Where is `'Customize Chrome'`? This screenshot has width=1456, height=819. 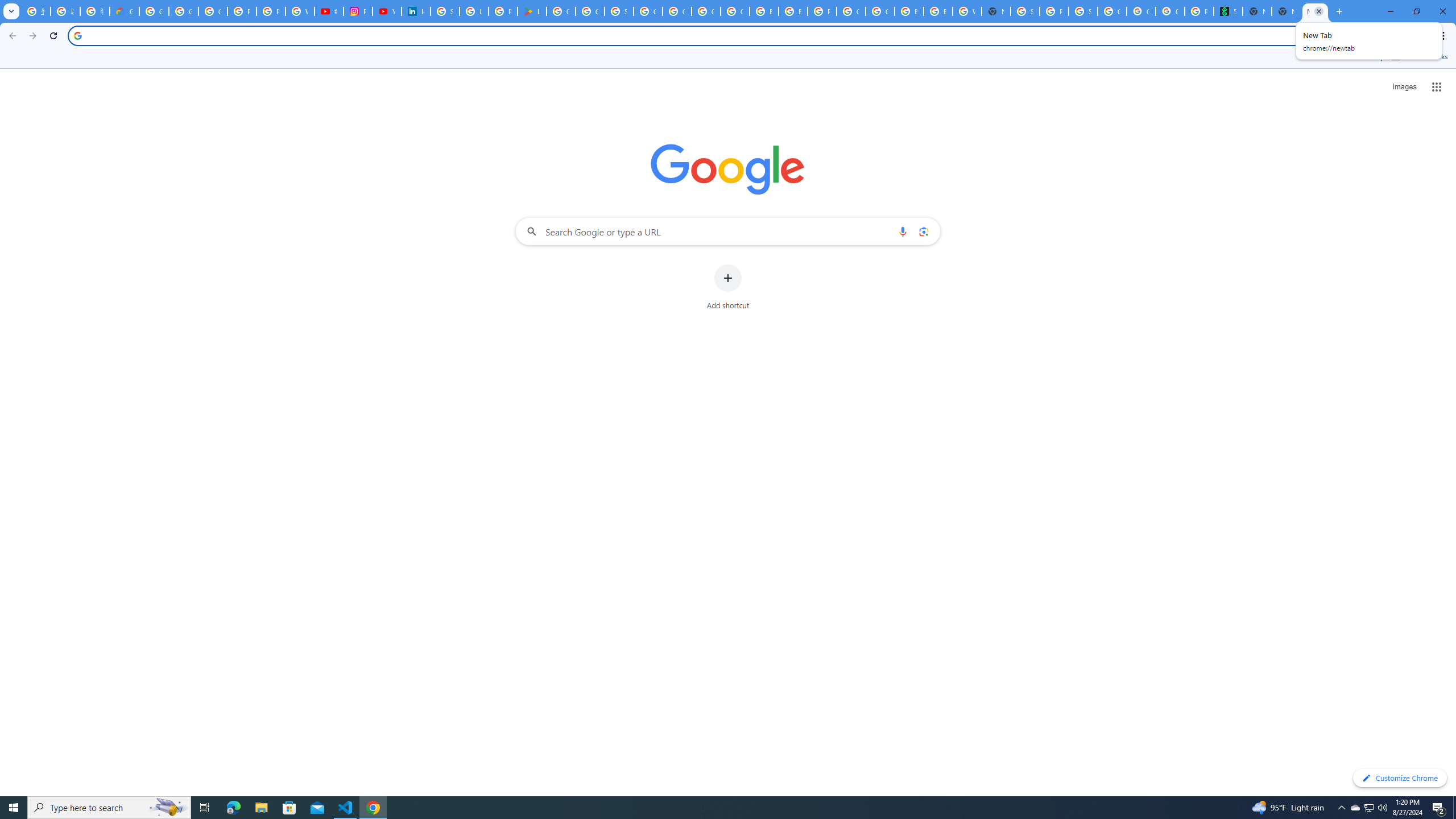
'Customize Chrome' is located at coordinates (1400, 777).